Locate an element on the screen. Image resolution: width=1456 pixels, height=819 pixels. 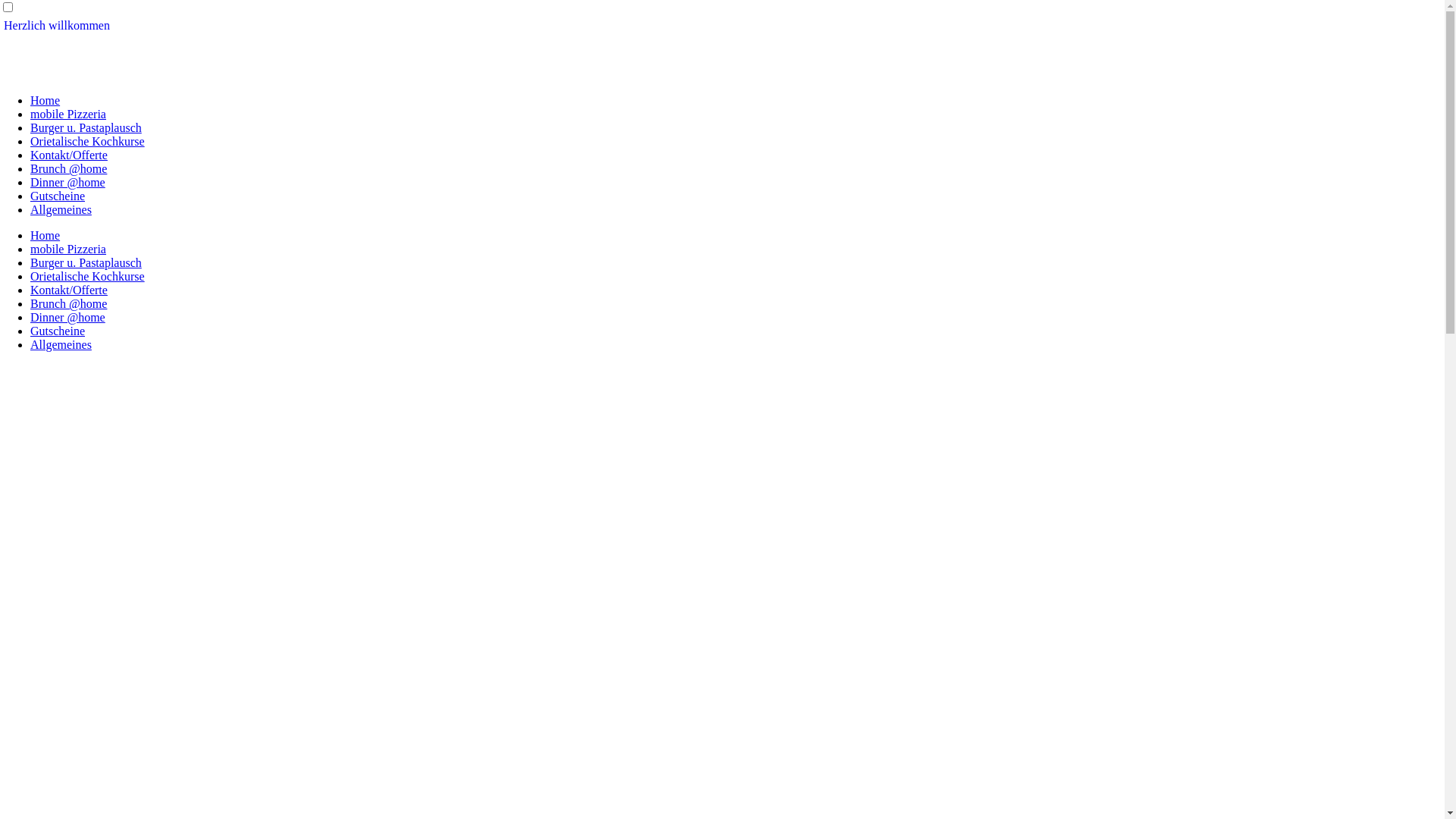
'Home' is located at coordinates (45, 100).